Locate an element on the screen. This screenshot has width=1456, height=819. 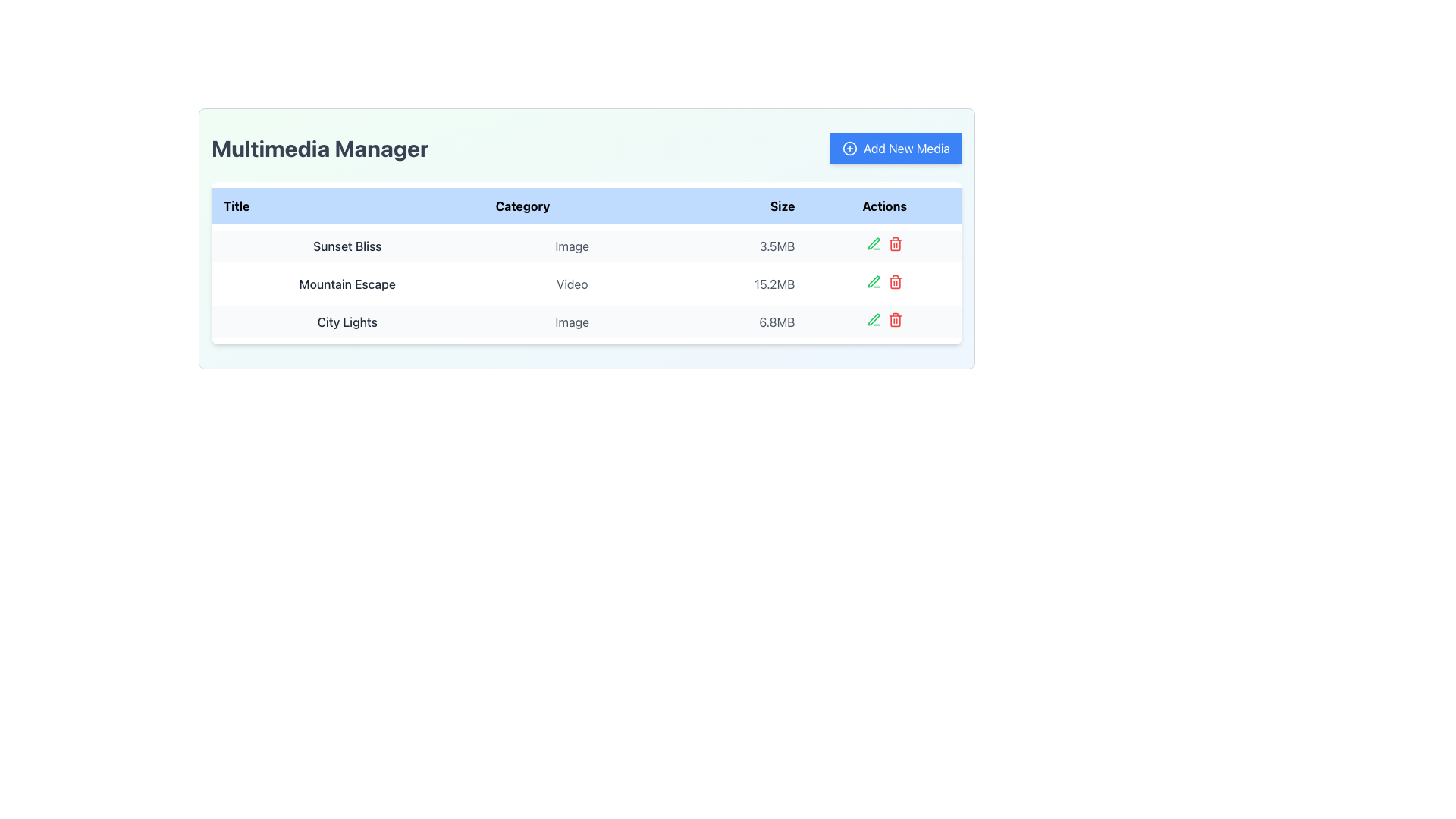
the edit button located in the 'Actions' column of the second row of the table is located at coordinates (874, 281).